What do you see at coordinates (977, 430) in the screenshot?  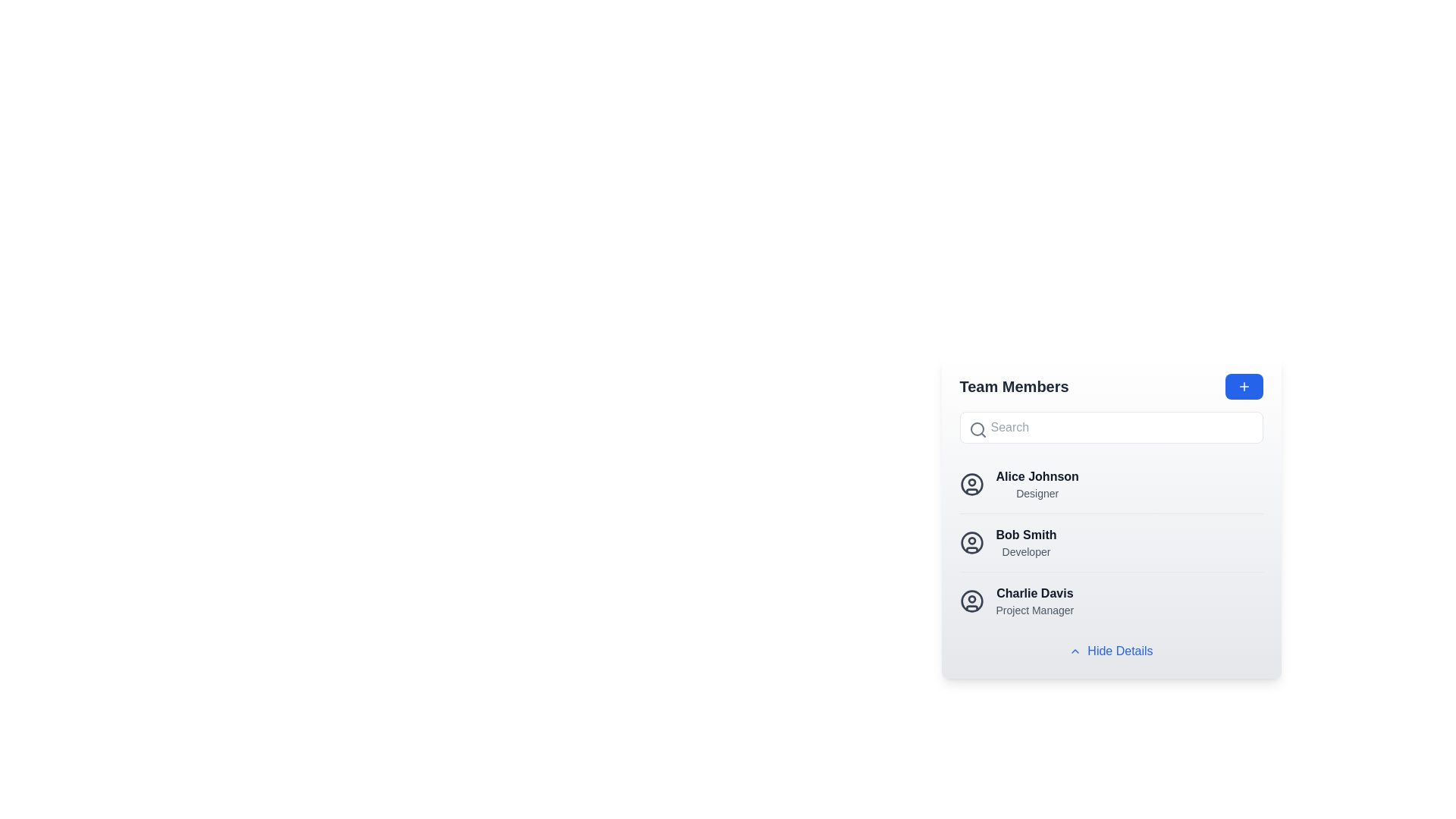 I see `the magnifying glass SVG icon located at the start of the search input field, which is styled in gray and used for search functionalities` at bounding box center [977, 430].